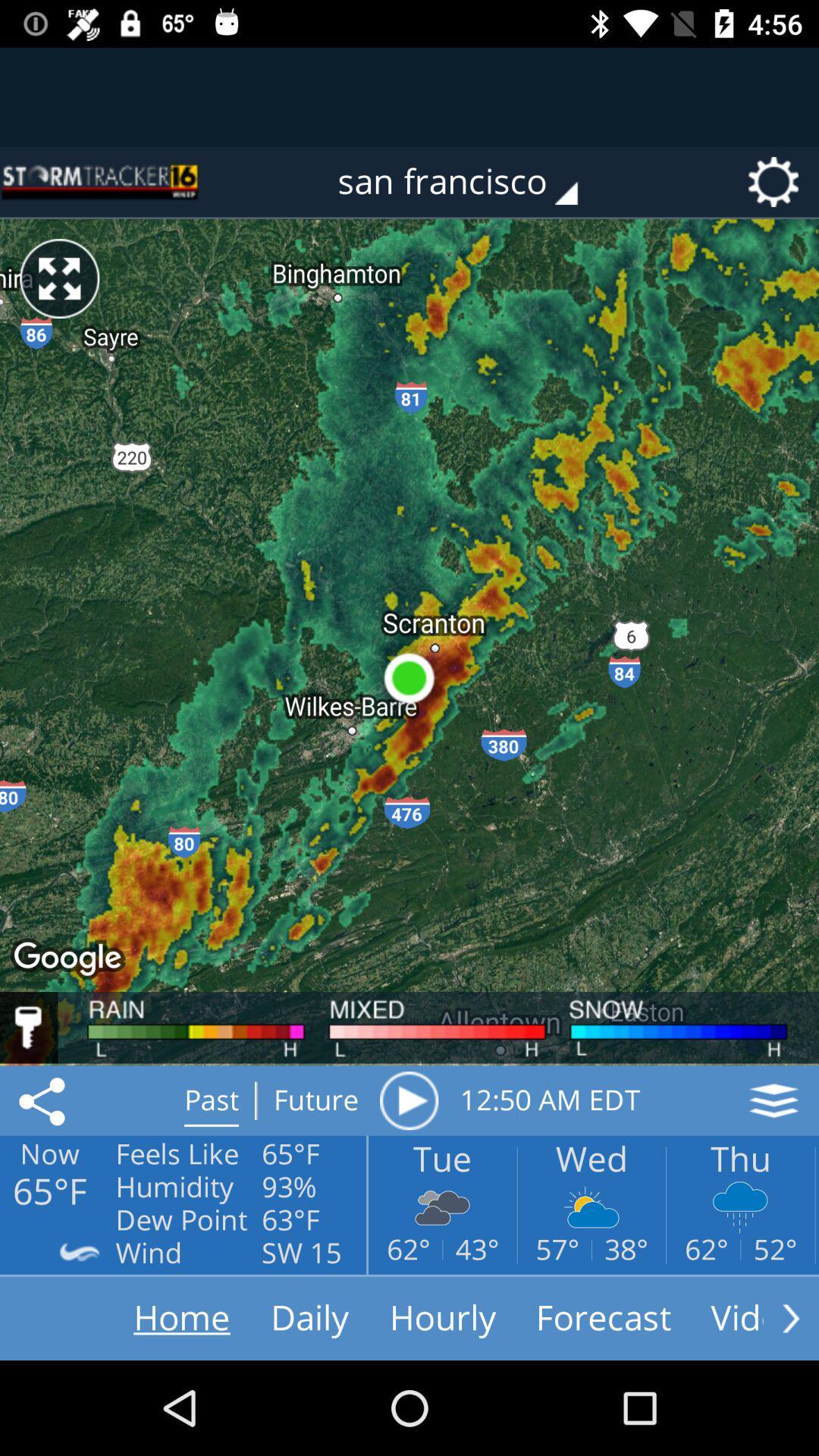 The height and width of the screenshot is (1456, 819). What do you see at coordinates (468, 182) in the screenshot?
I see `the san francisco item` at bounding box center [468, 182].